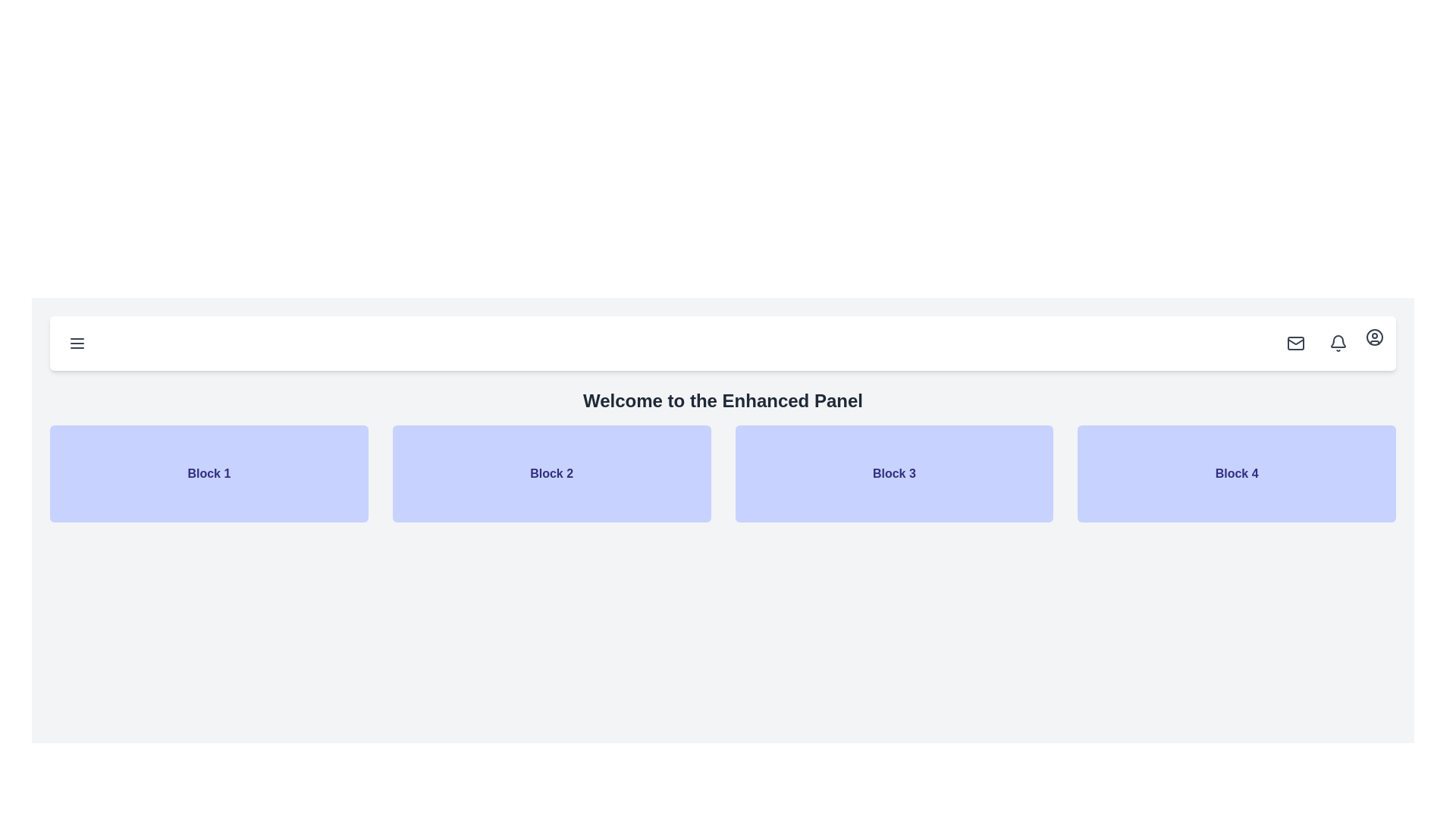 The image size is (1456, 819). Describe the element at coordinates (1237, 472) in the screenshot. I see `the static display element labeled 'Block 4', which is the last in a series of four blocks located in the bottom-right section of the row` at that location.